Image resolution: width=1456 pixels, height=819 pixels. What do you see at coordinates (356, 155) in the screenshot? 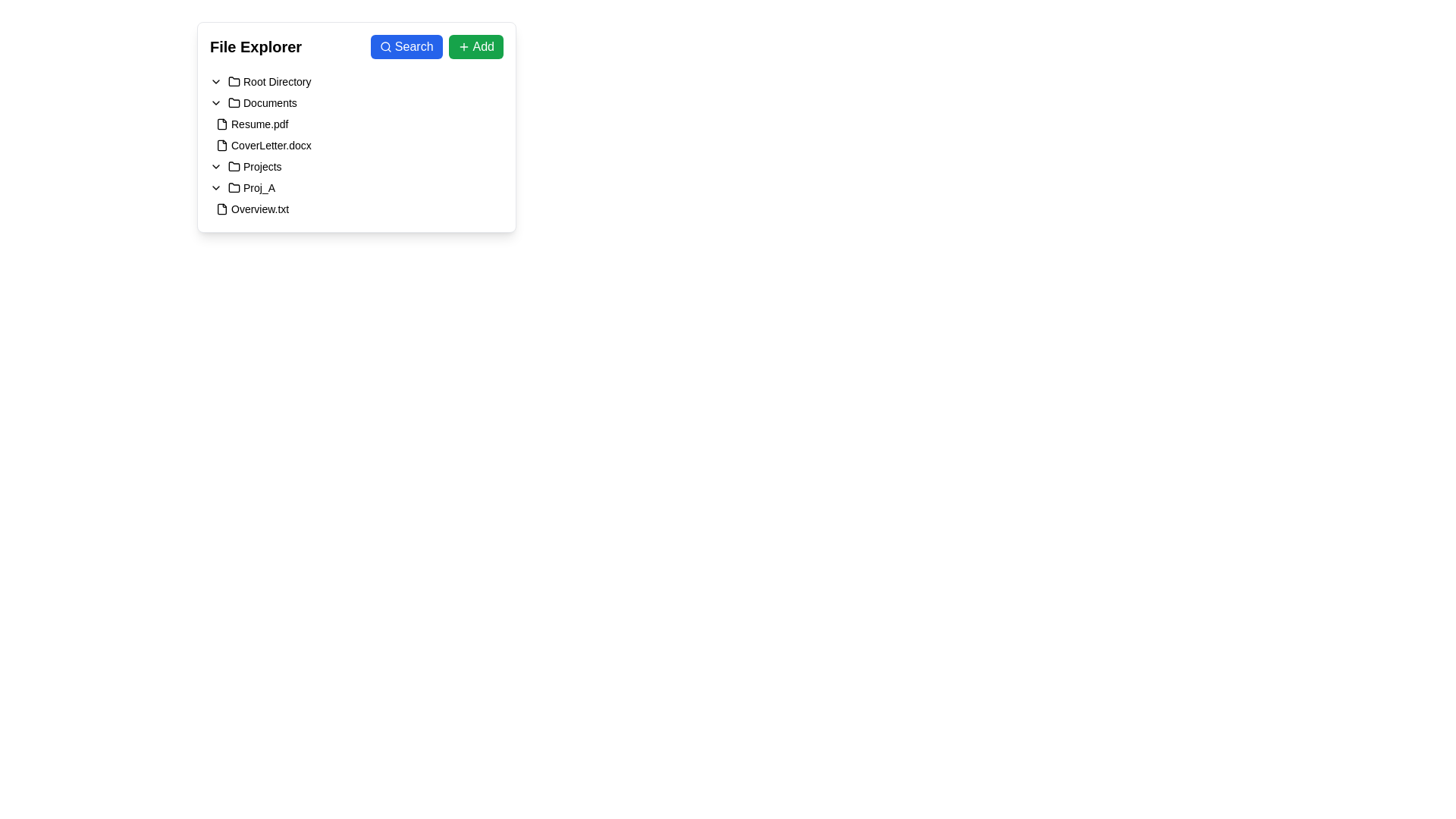
I see `an item from the 'Documents' folder node in the file explorer tree view` at bounding box center [356, 155].